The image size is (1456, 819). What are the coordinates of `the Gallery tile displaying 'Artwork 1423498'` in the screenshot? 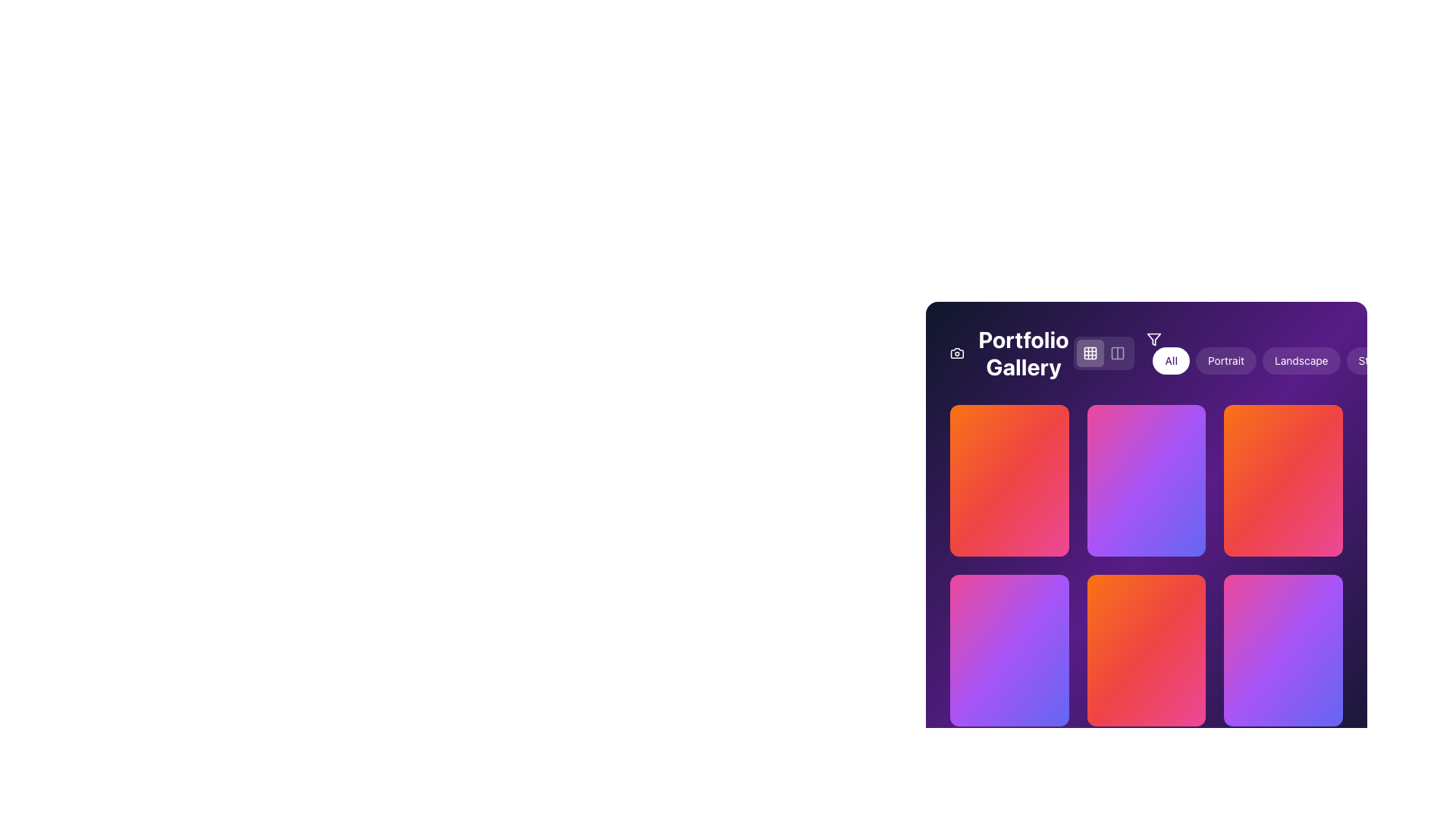 It's located at (1009, 480).